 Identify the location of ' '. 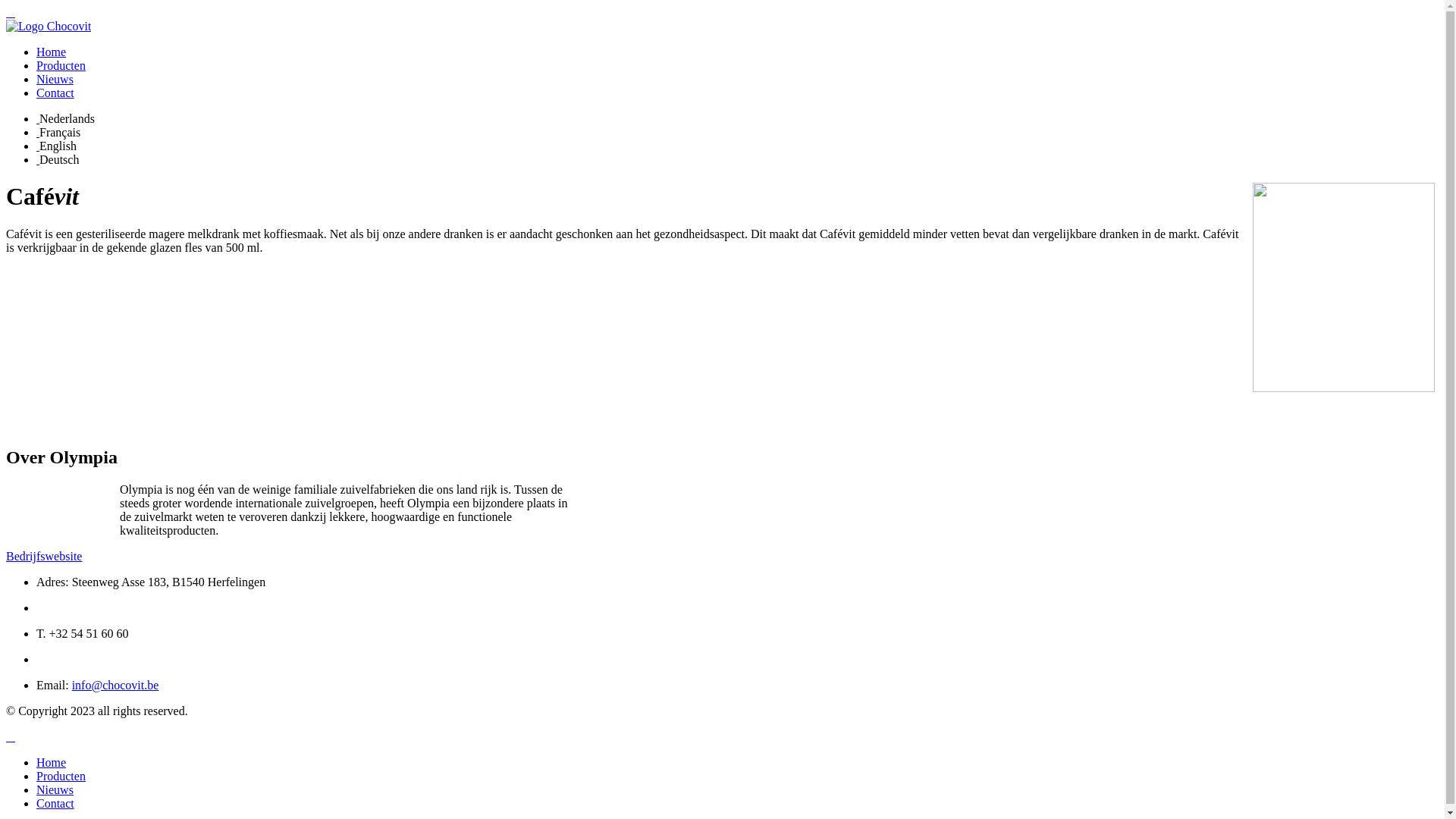
(37, 118).